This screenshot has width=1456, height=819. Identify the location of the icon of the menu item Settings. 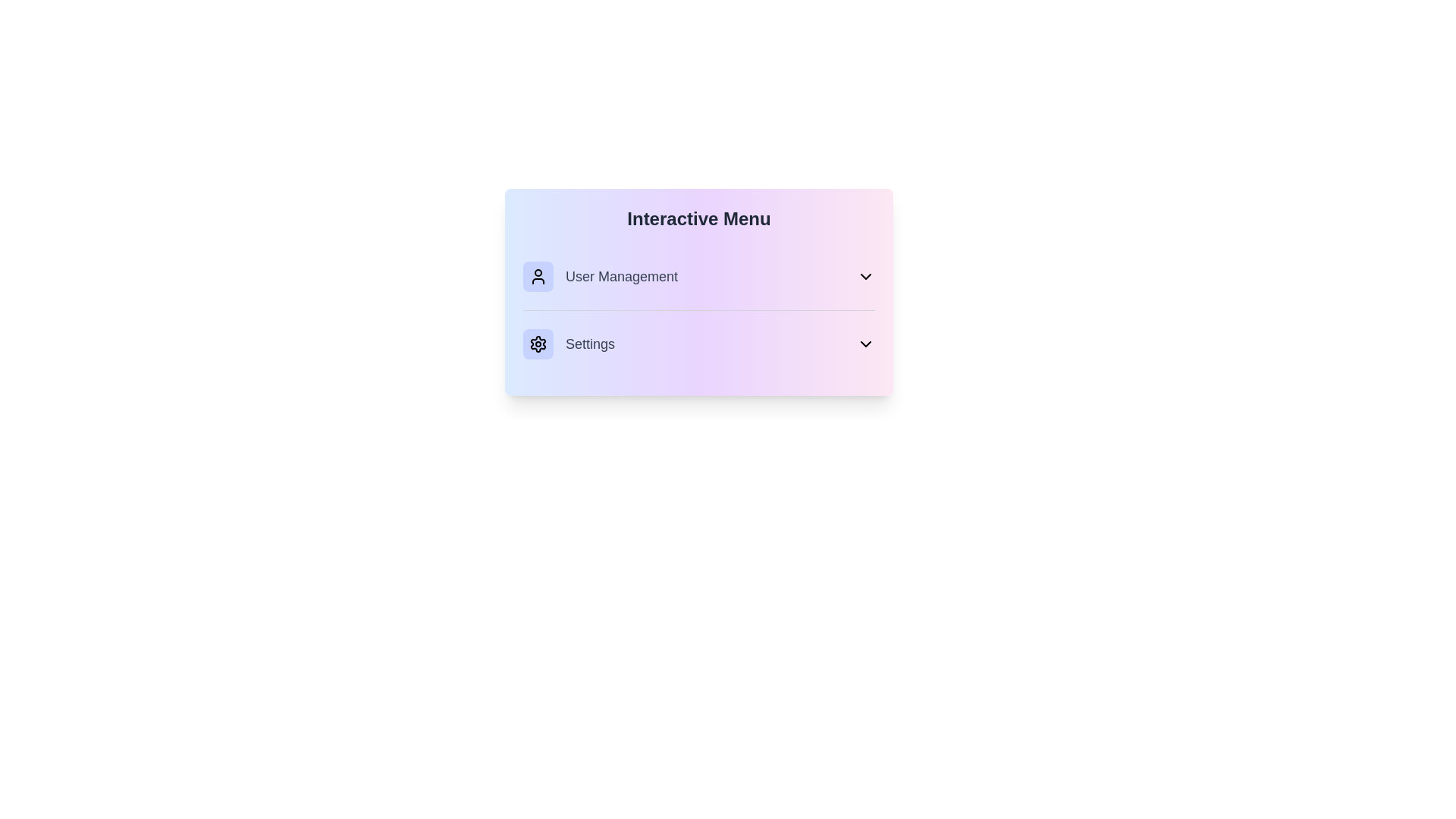
(538, 344).